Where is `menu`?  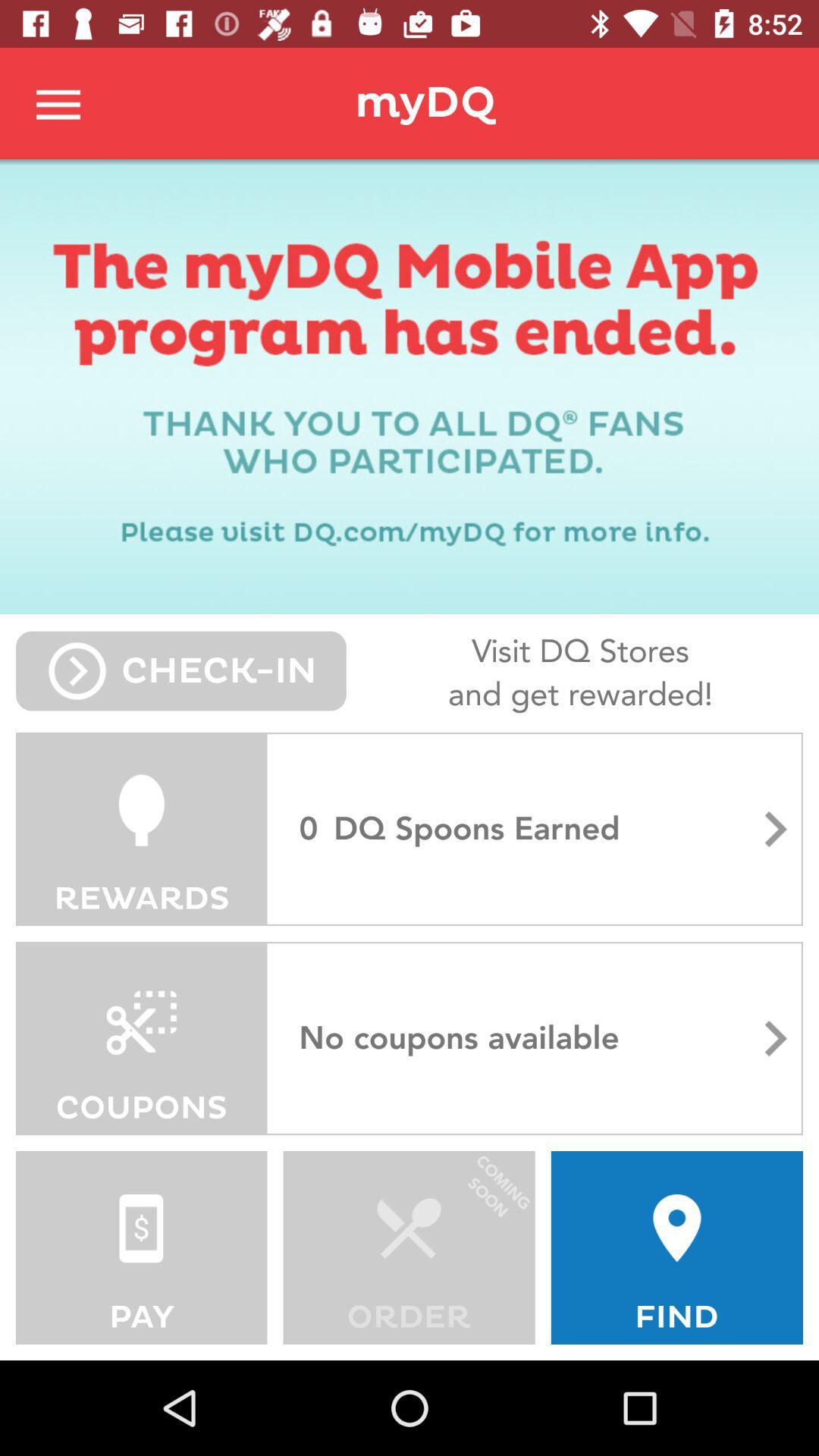 menu is located at coordinates (58, 102).